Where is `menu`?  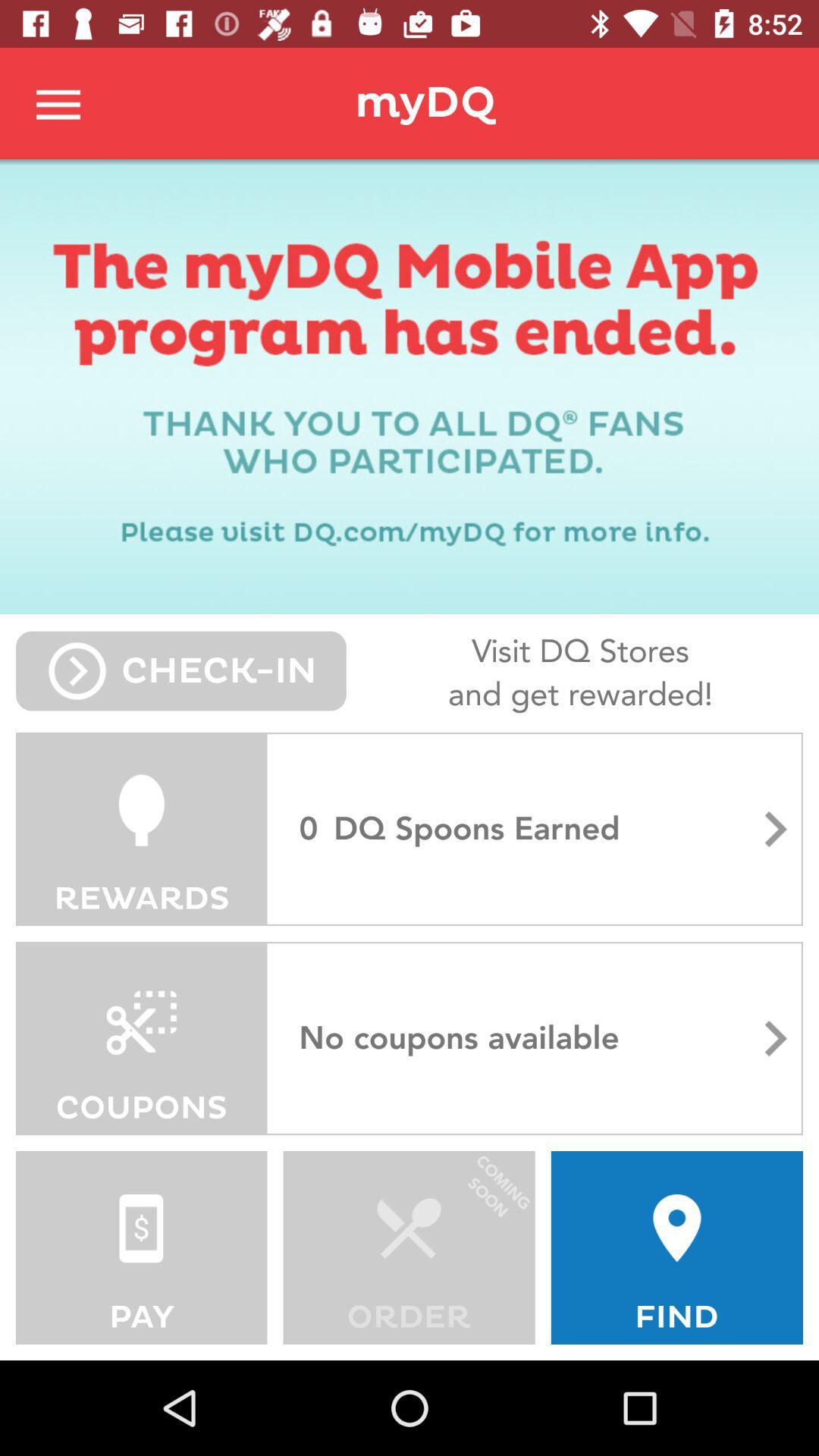 menu is located at coordinates (58, 102).